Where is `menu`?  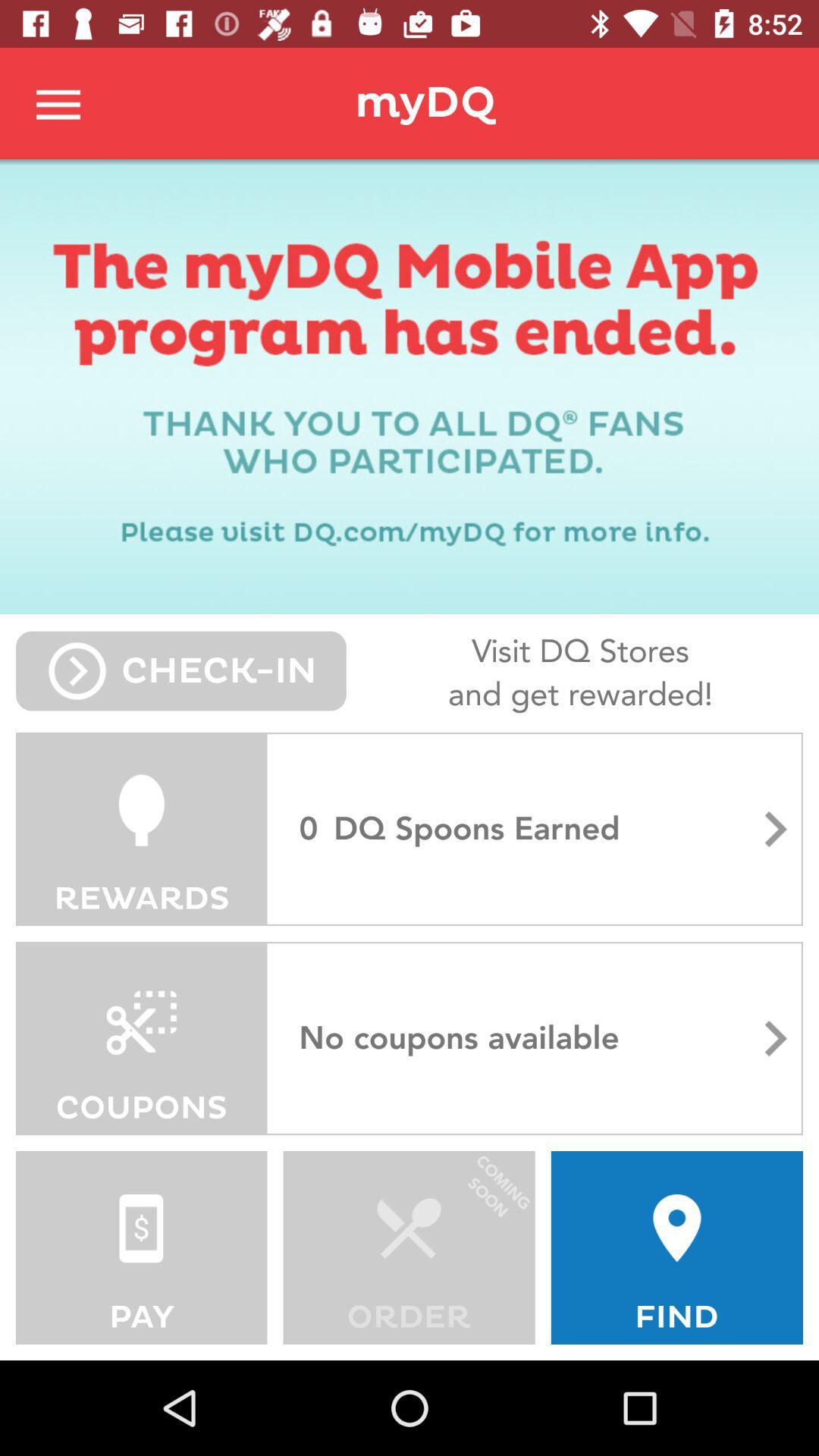 menu is located at coordinates (58, 102).